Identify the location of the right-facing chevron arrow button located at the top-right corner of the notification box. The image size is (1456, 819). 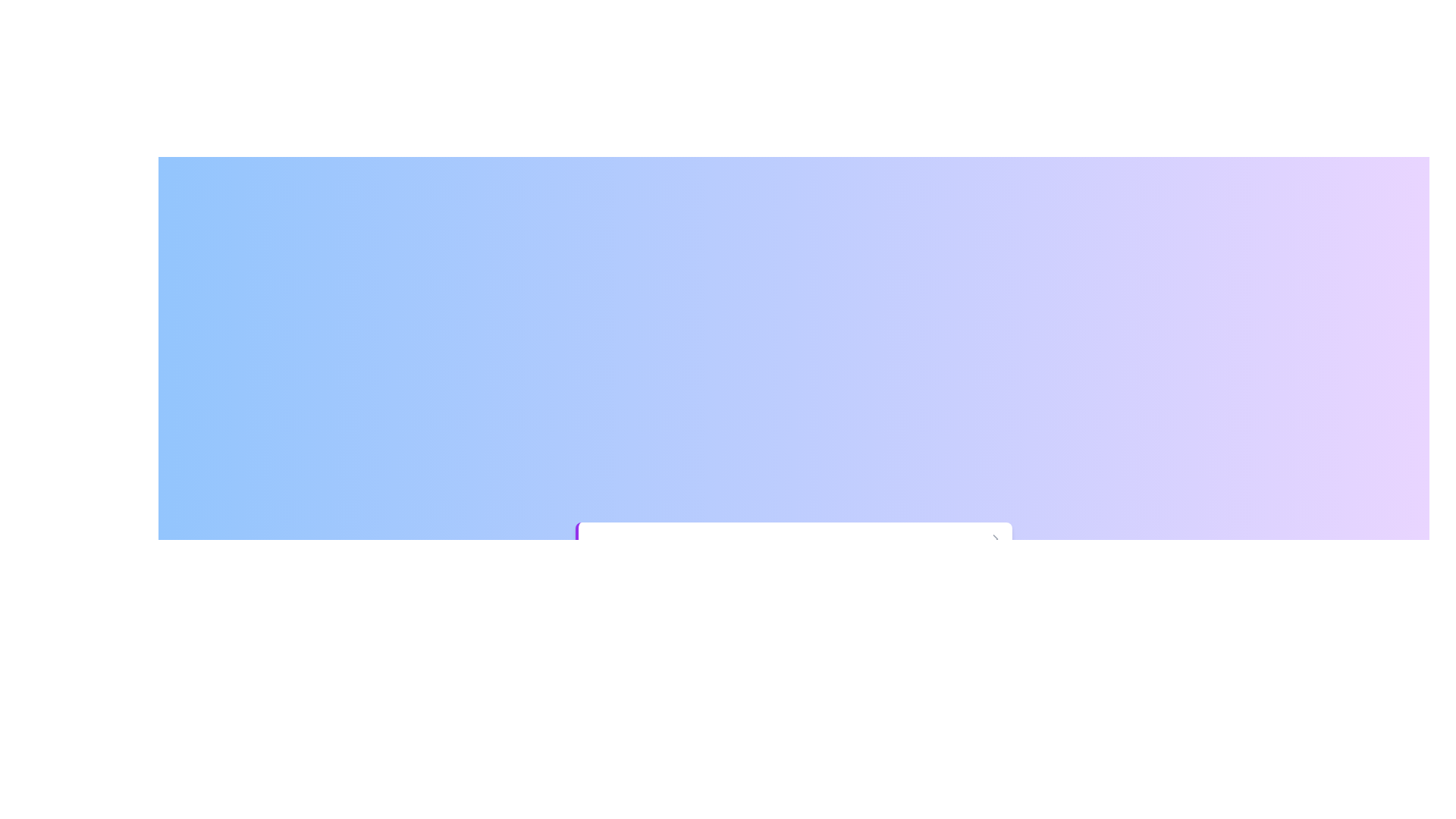
(996, 538).